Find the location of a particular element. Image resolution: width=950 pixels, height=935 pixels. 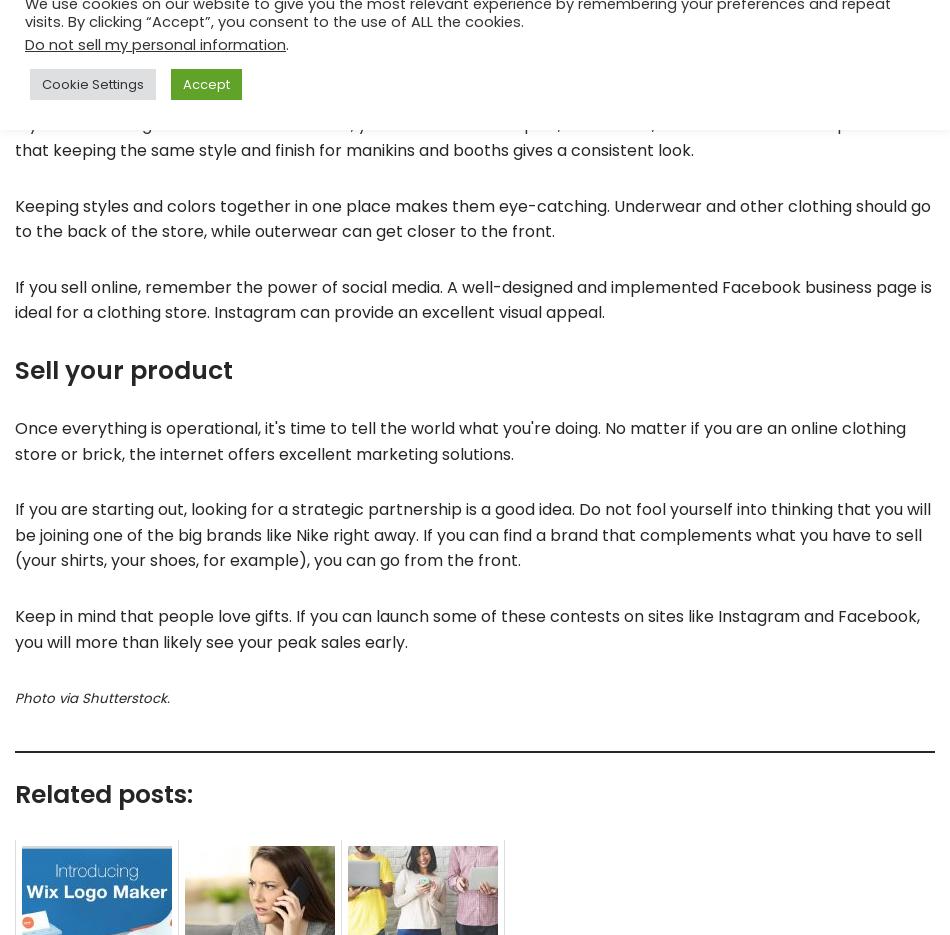

'Keep in mind that people love gifts. If you can launch some of these contests on sites like Instagram and Facebook, you will more than likely see your peak sales early.' is located at coordinates (466, 627).